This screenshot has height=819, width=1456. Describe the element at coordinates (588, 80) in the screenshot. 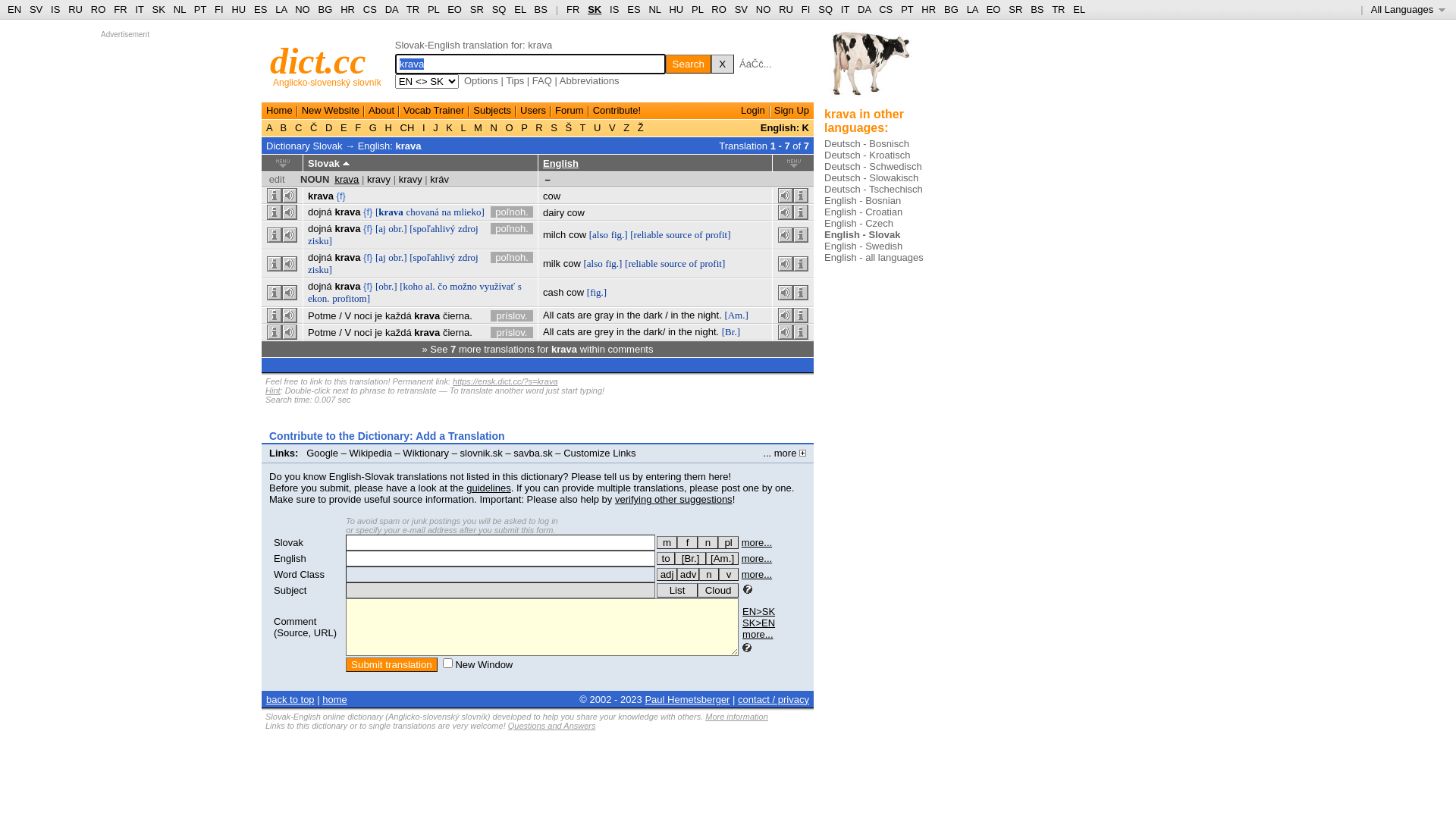

I see `'Abbreviations'` at that location.